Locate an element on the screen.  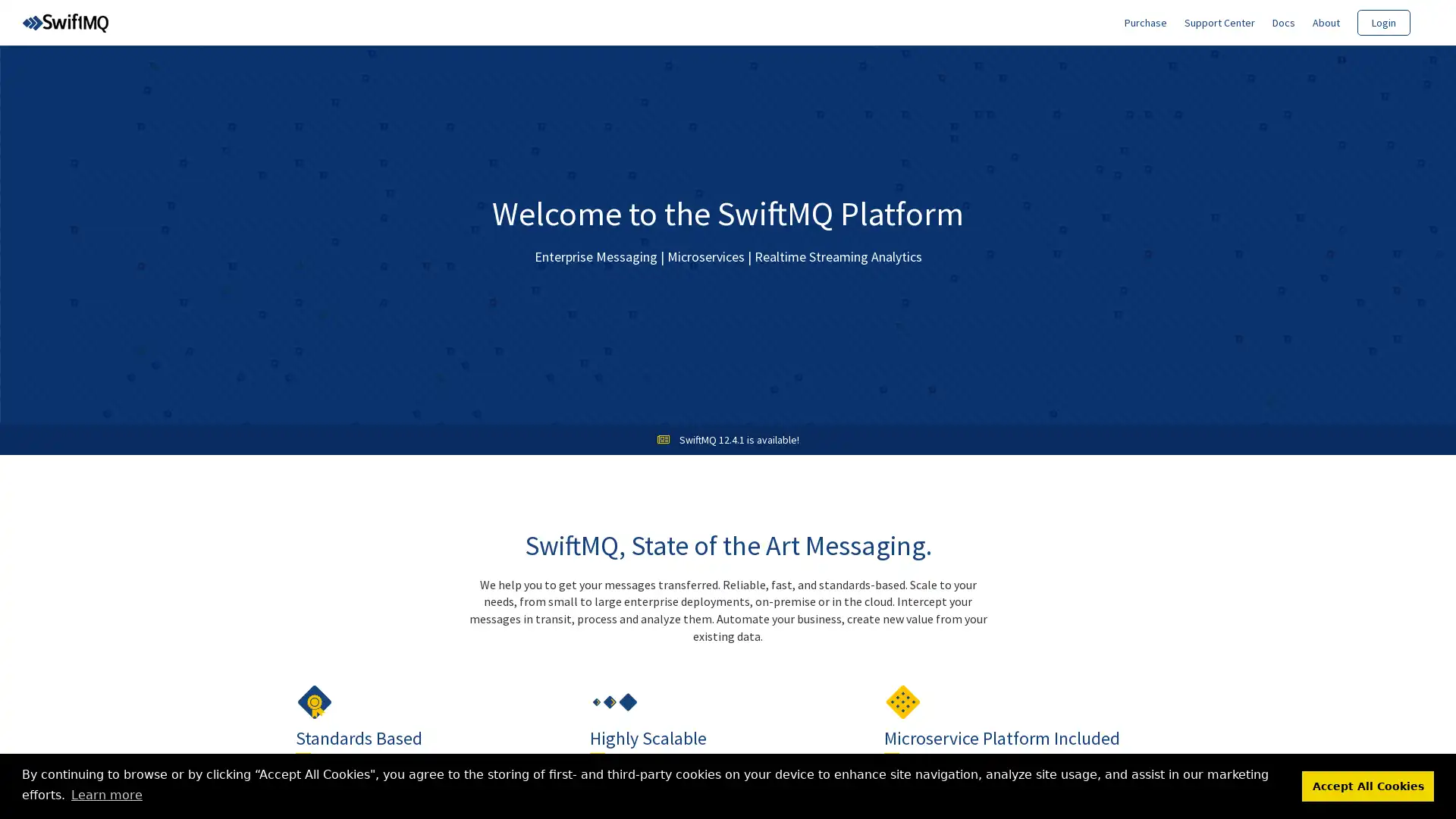
learn more about cookies is located at coordinates (105, 794).